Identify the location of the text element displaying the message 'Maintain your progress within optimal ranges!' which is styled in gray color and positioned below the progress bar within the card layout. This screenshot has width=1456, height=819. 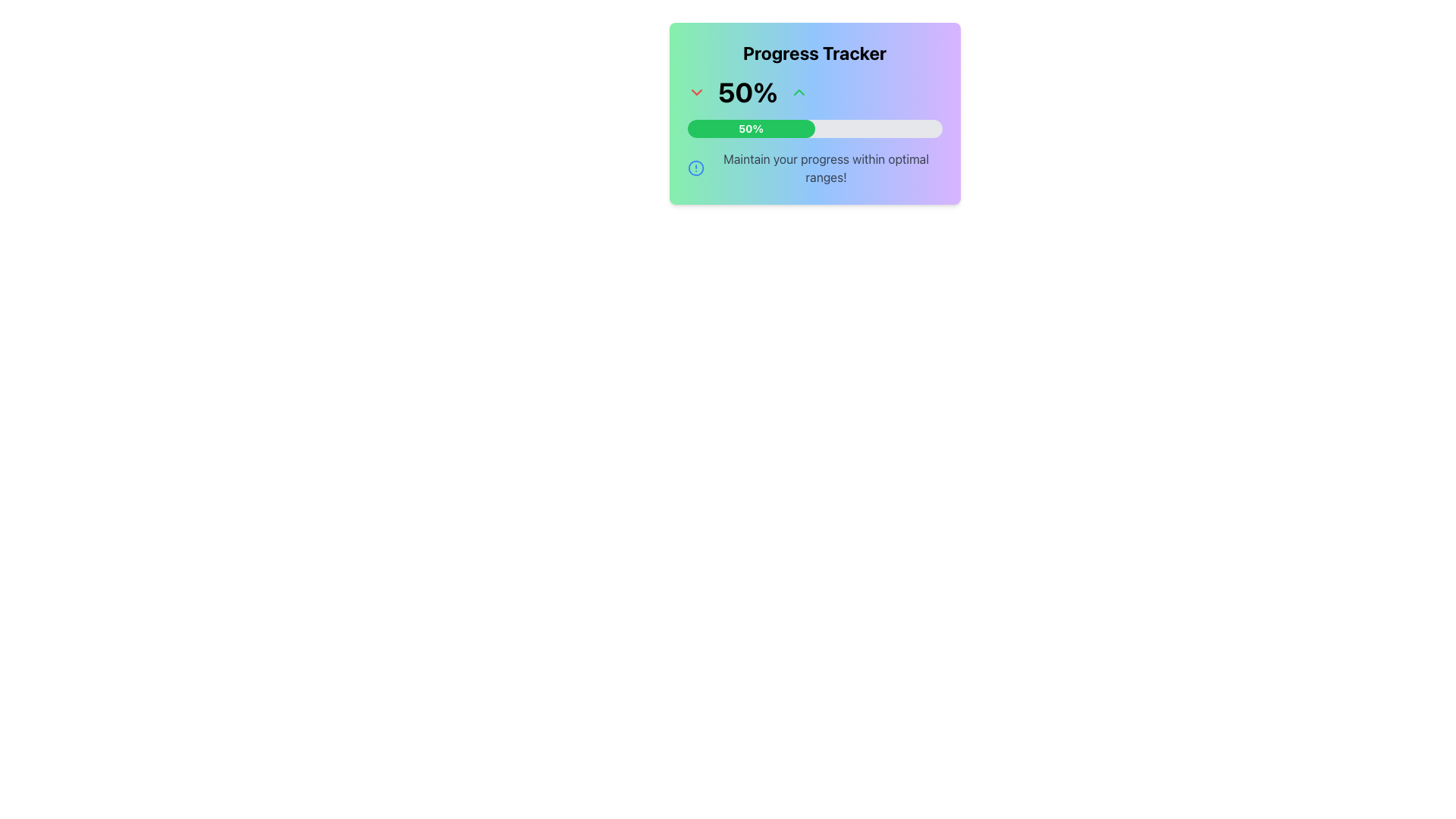
(825, 168).